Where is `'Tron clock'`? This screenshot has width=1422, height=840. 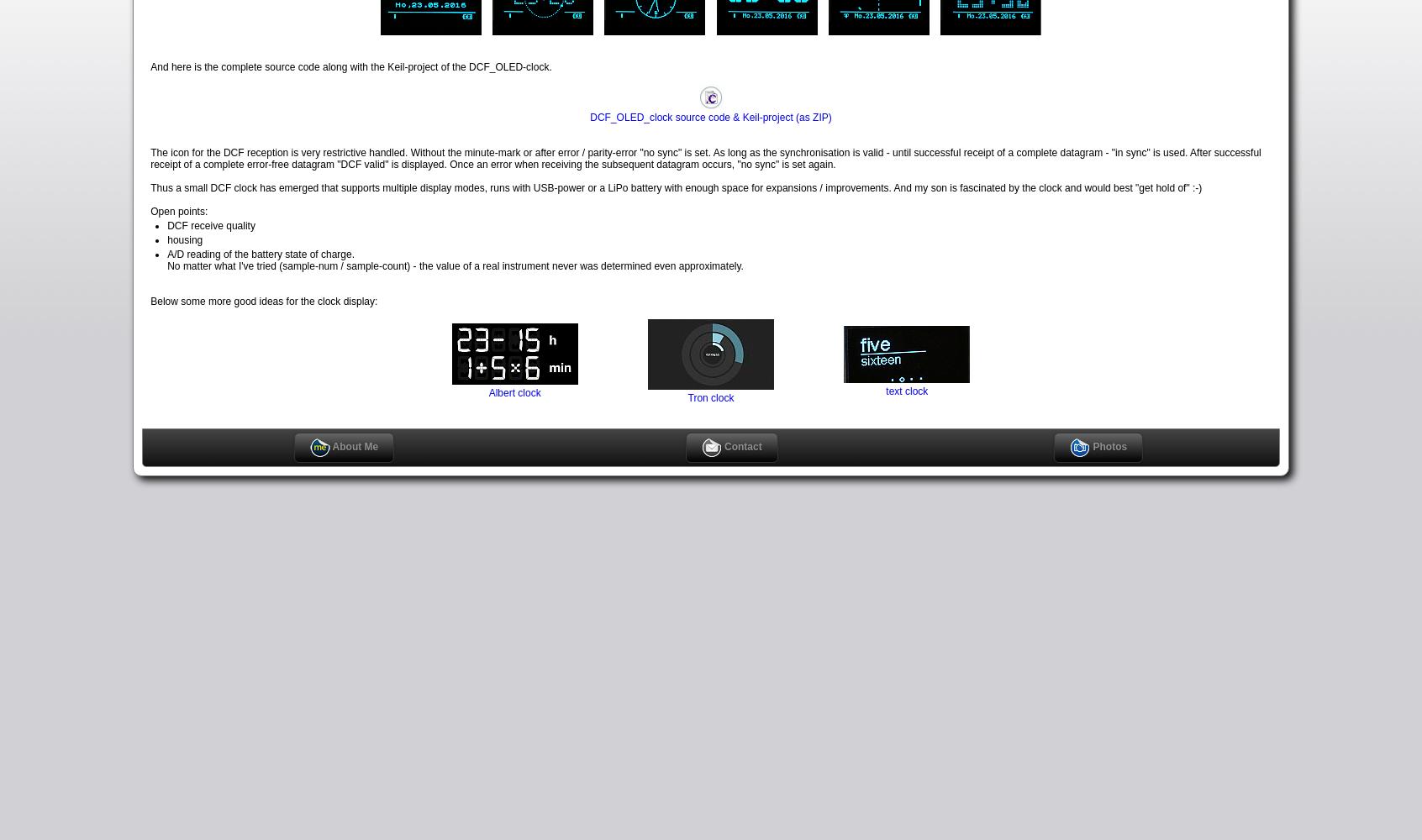 'Tron clock' is located at coordinates (710, 396).